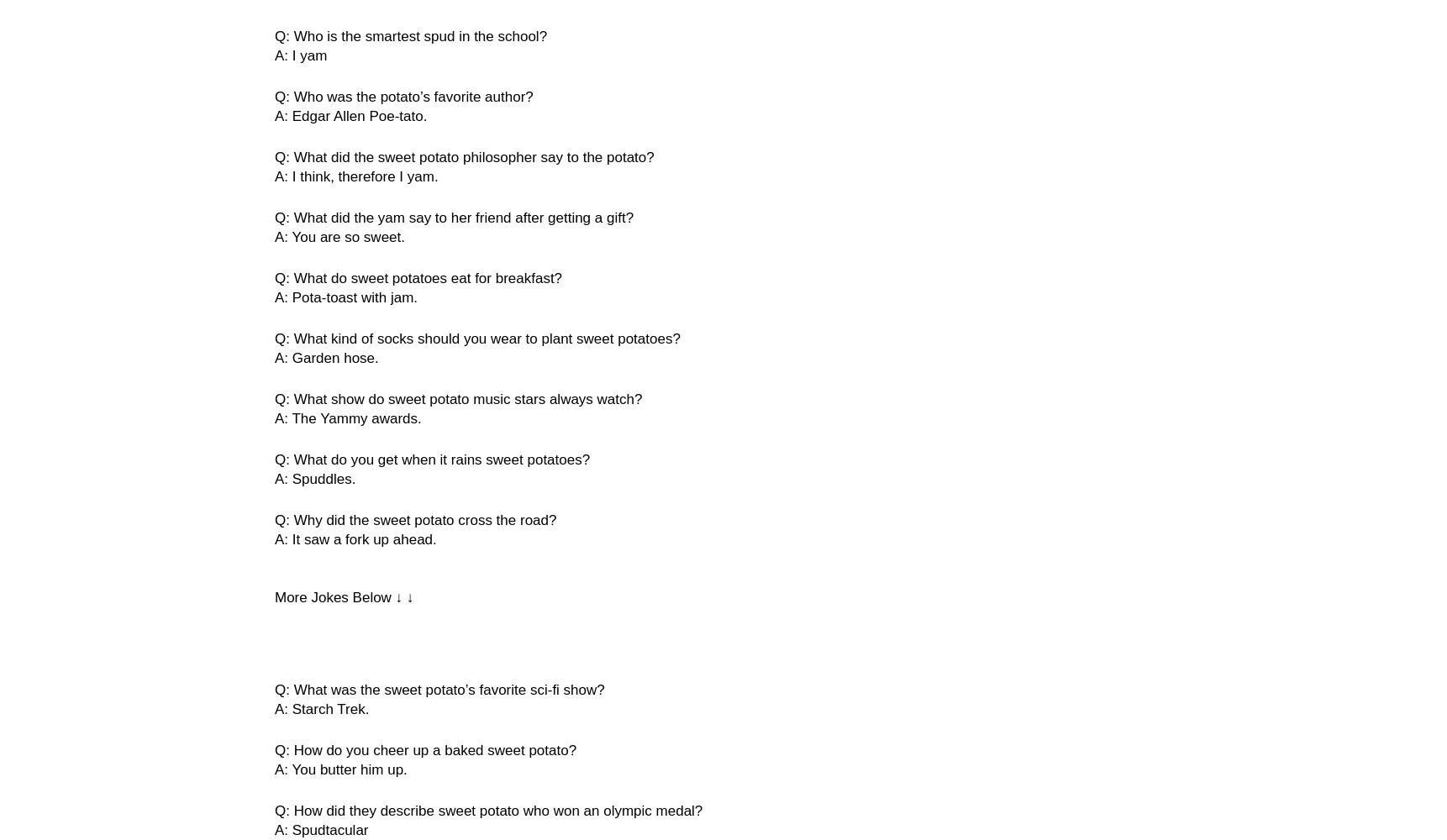  Describe the element at coordinates (403, 96) in the screenshot. I see `'Q: Who was the potato’s favorite author?'` at that location.